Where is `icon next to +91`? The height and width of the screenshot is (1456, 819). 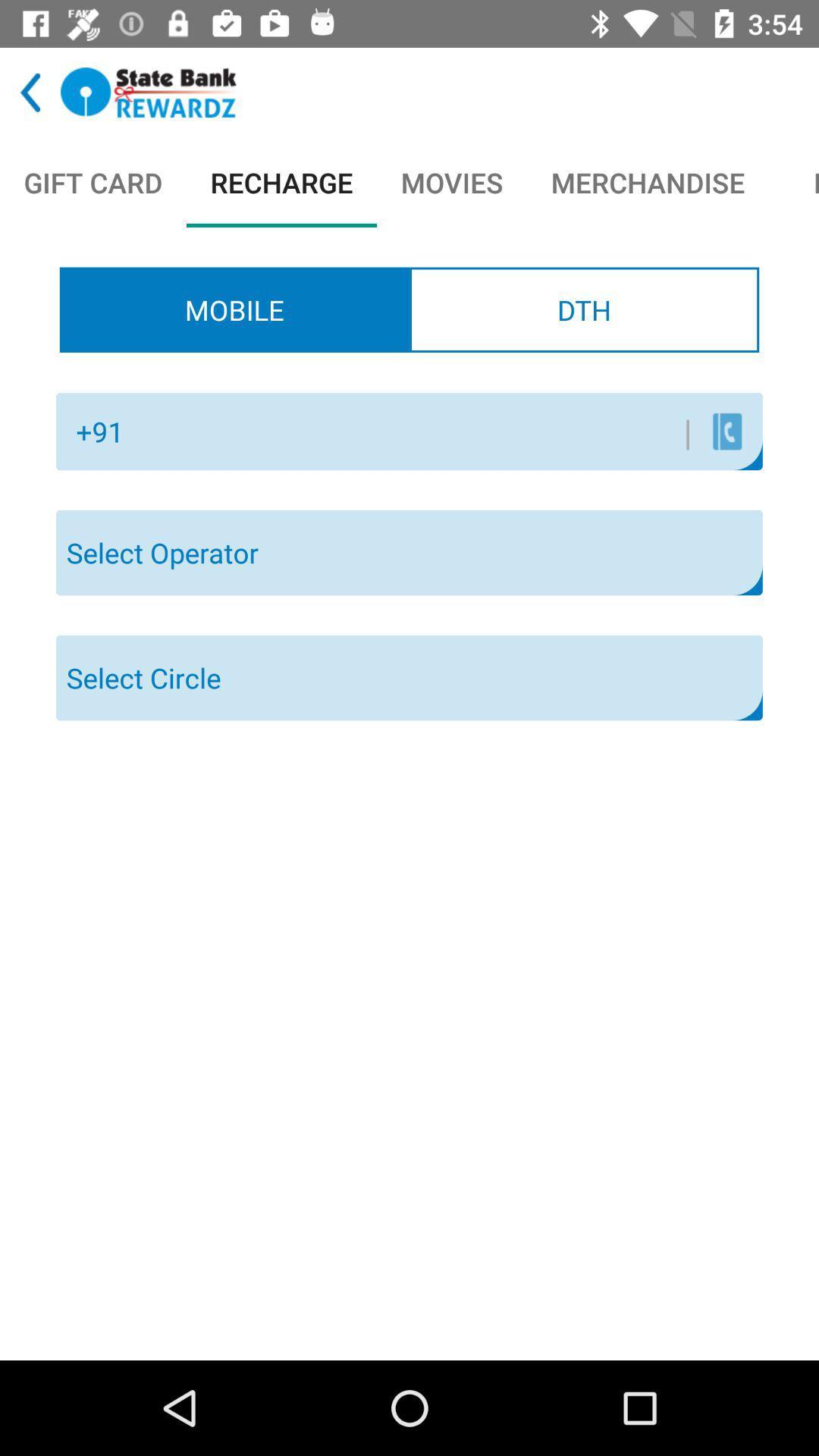 icon next to +91 is located at coordinates (413, 431).